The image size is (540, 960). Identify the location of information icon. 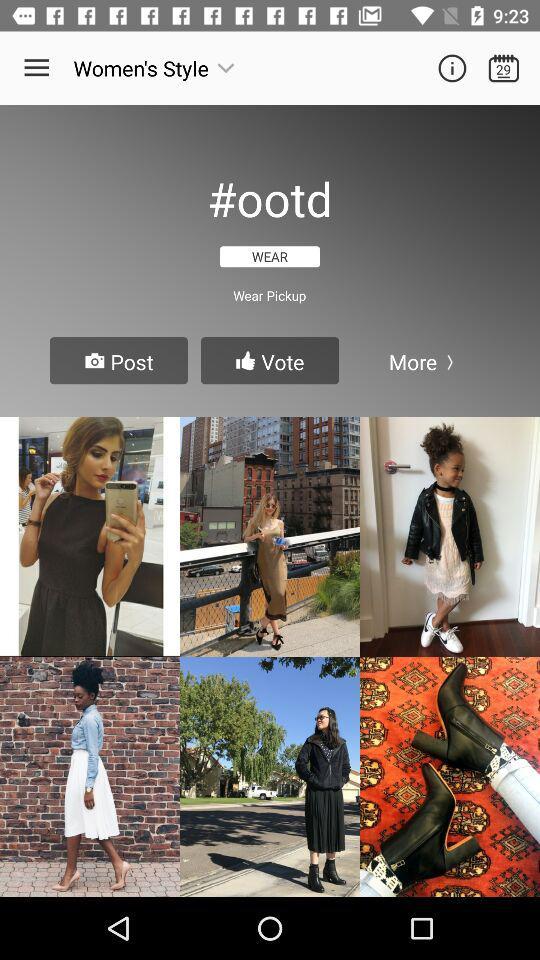
(452, 68).